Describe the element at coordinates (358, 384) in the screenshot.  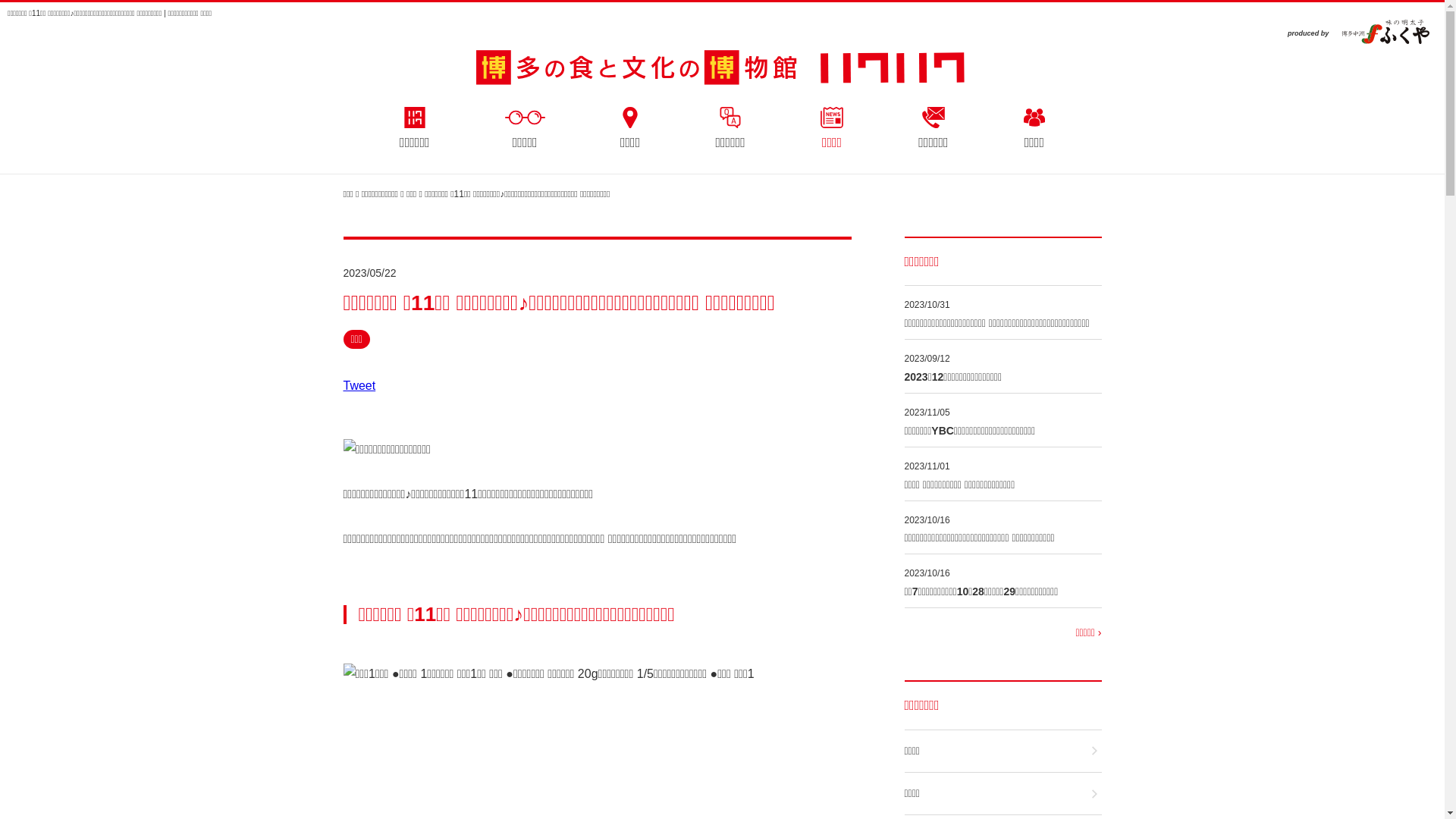
I see `'Tweet'` at that location.